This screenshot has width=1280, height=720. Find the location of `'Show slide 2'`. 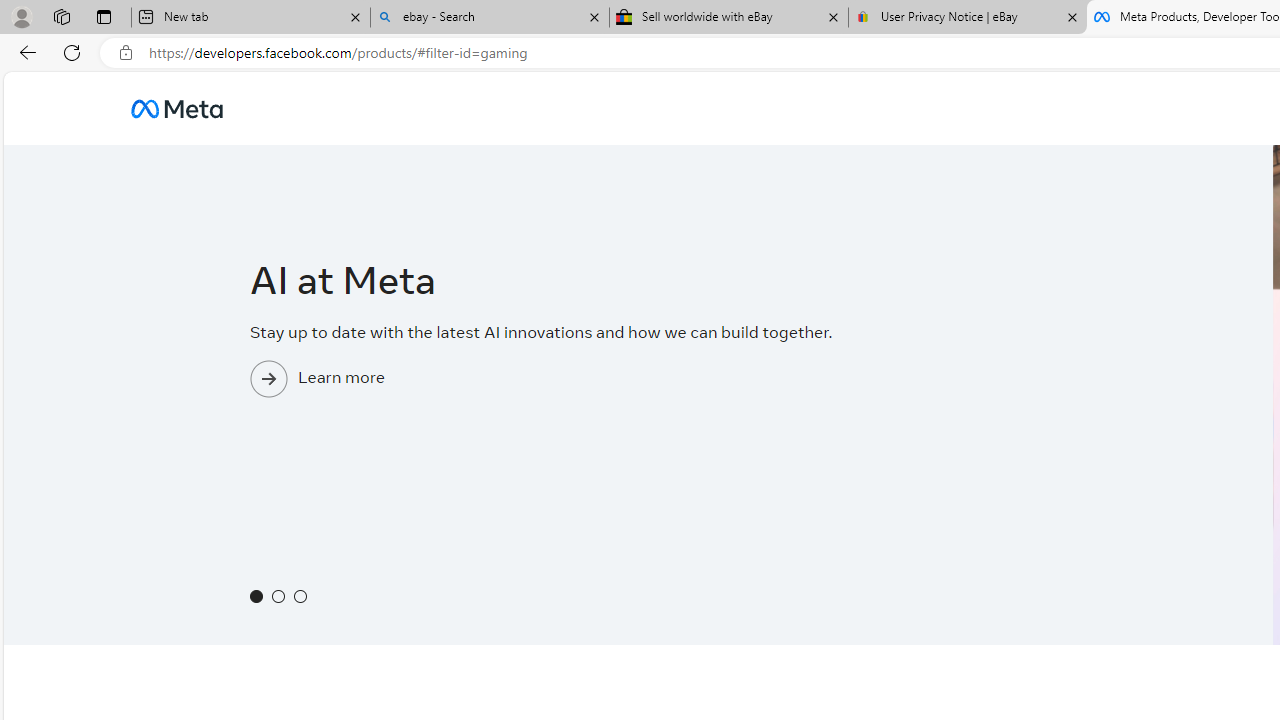

'Show slide 2' is located at coordinates (277, 595).